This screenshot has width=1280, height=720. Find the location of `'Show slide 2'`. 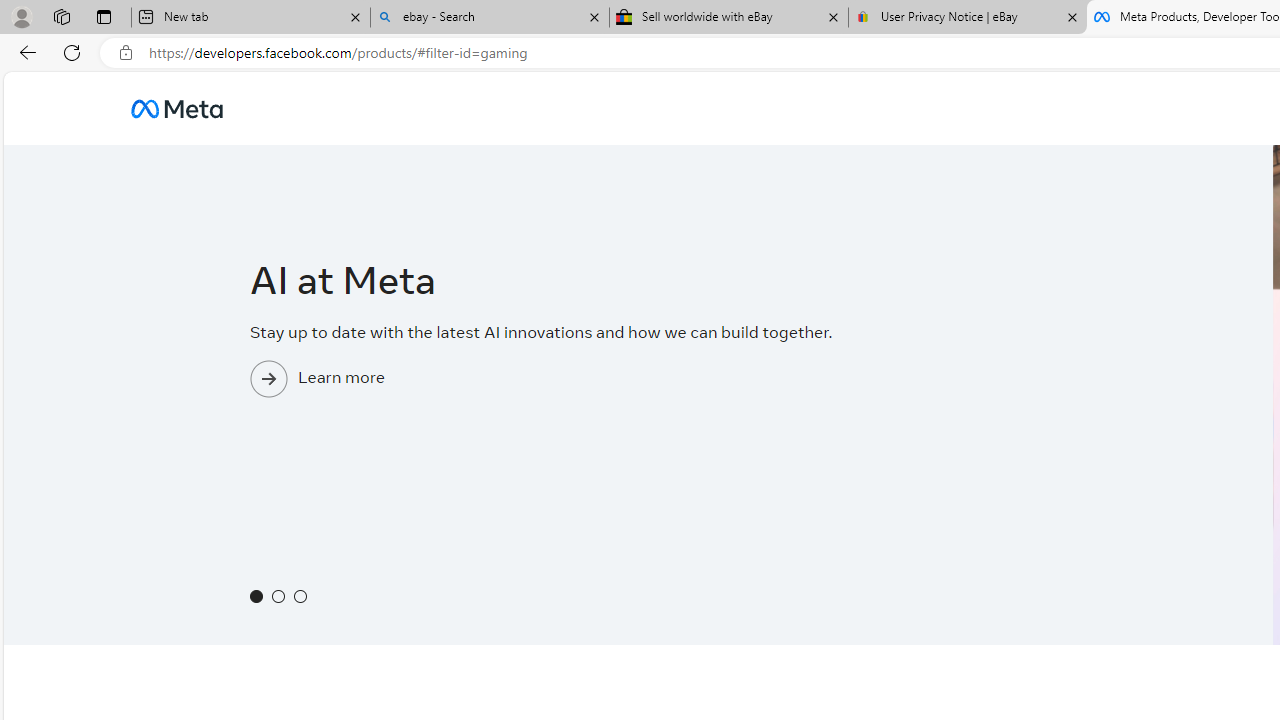

'Show slide 2' is located at coordinates (277, 595).